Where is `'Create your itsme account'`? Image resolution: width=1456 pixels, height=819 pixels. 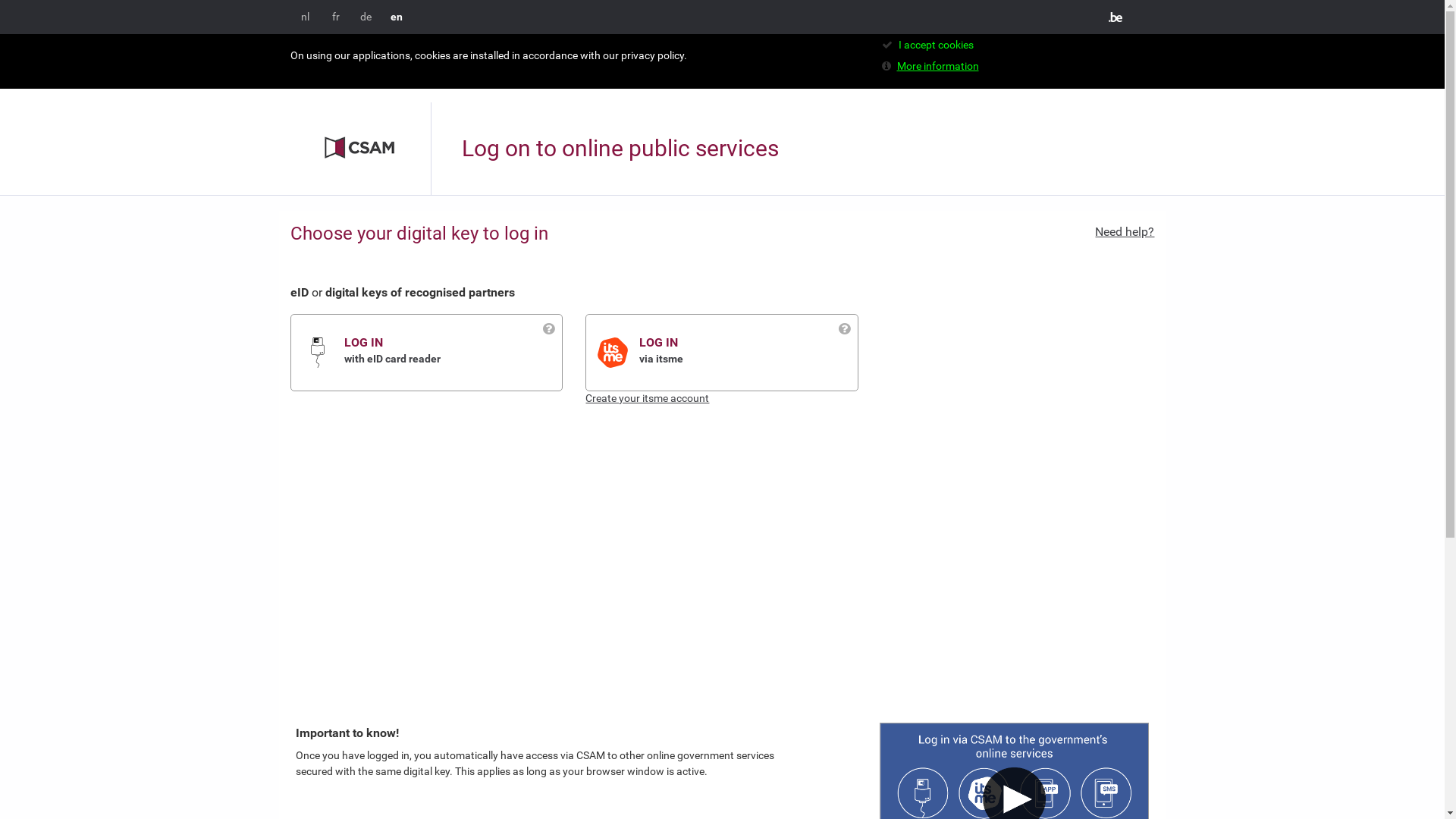
'Create your itsme account' is located at coordinates (647, 397).